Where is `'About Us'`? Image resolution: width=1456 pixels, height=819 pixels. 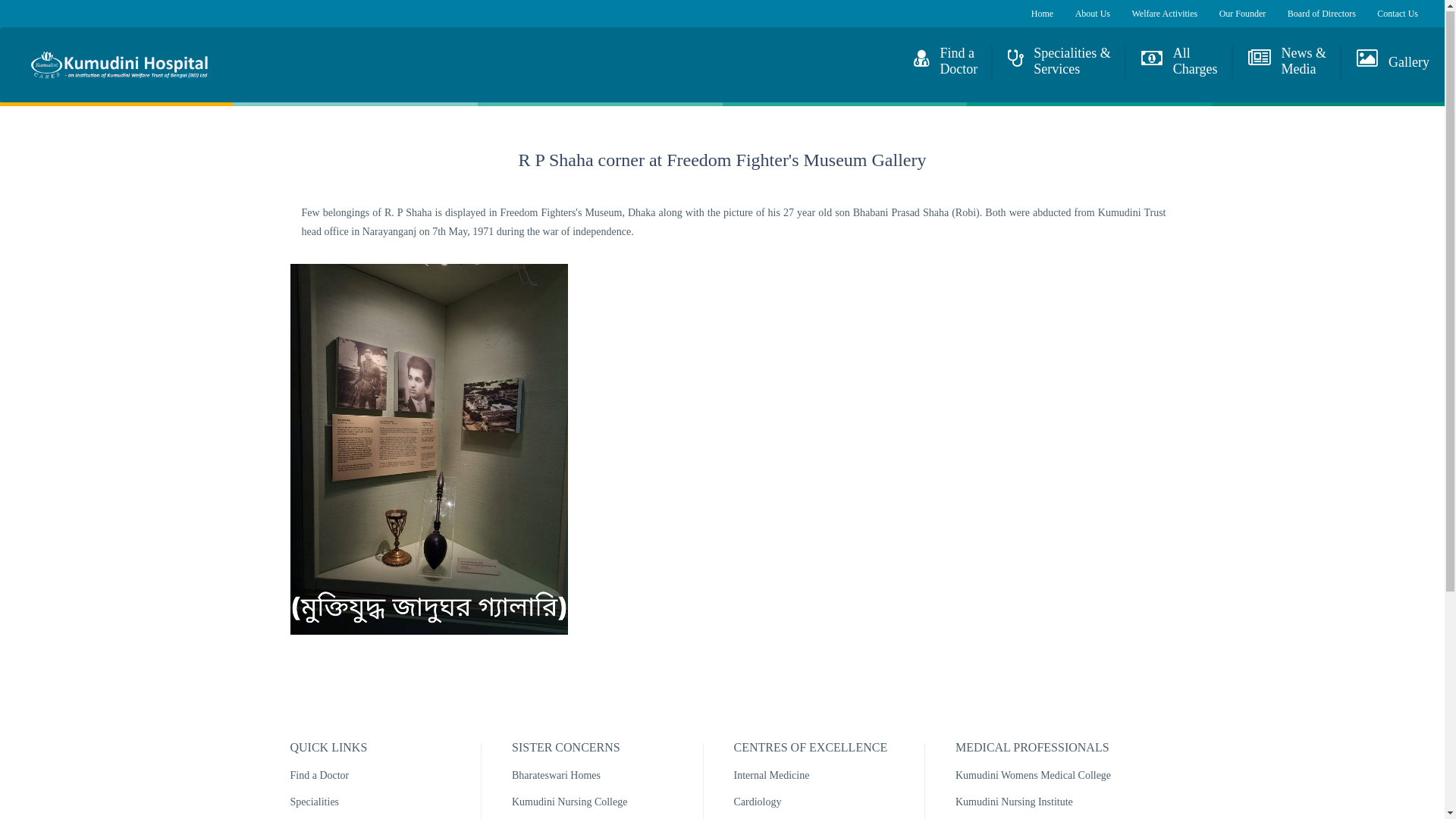
'About Us' is located at coordinates (1092, 14).